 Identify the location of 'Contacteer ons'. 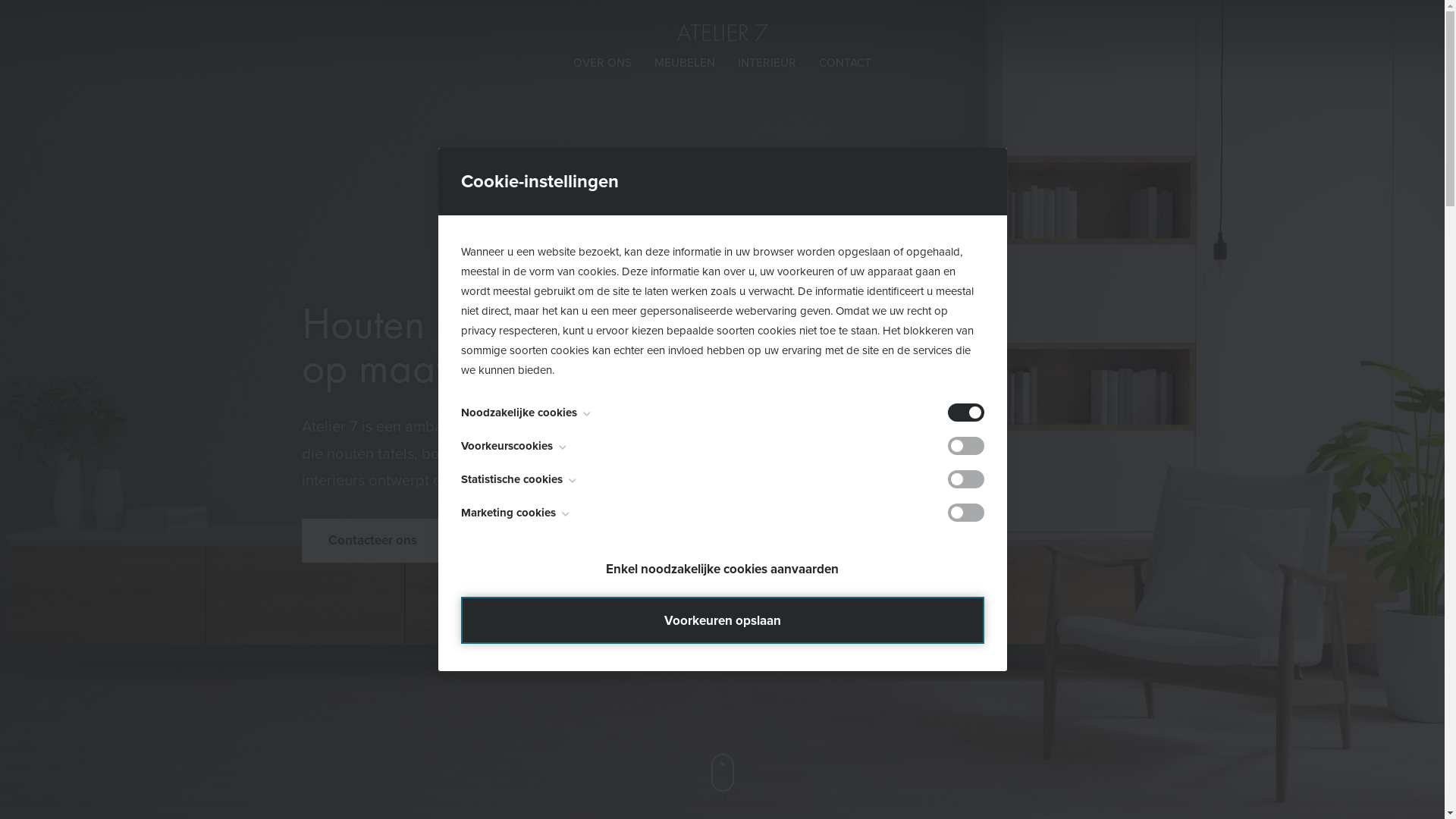
(373, 540).